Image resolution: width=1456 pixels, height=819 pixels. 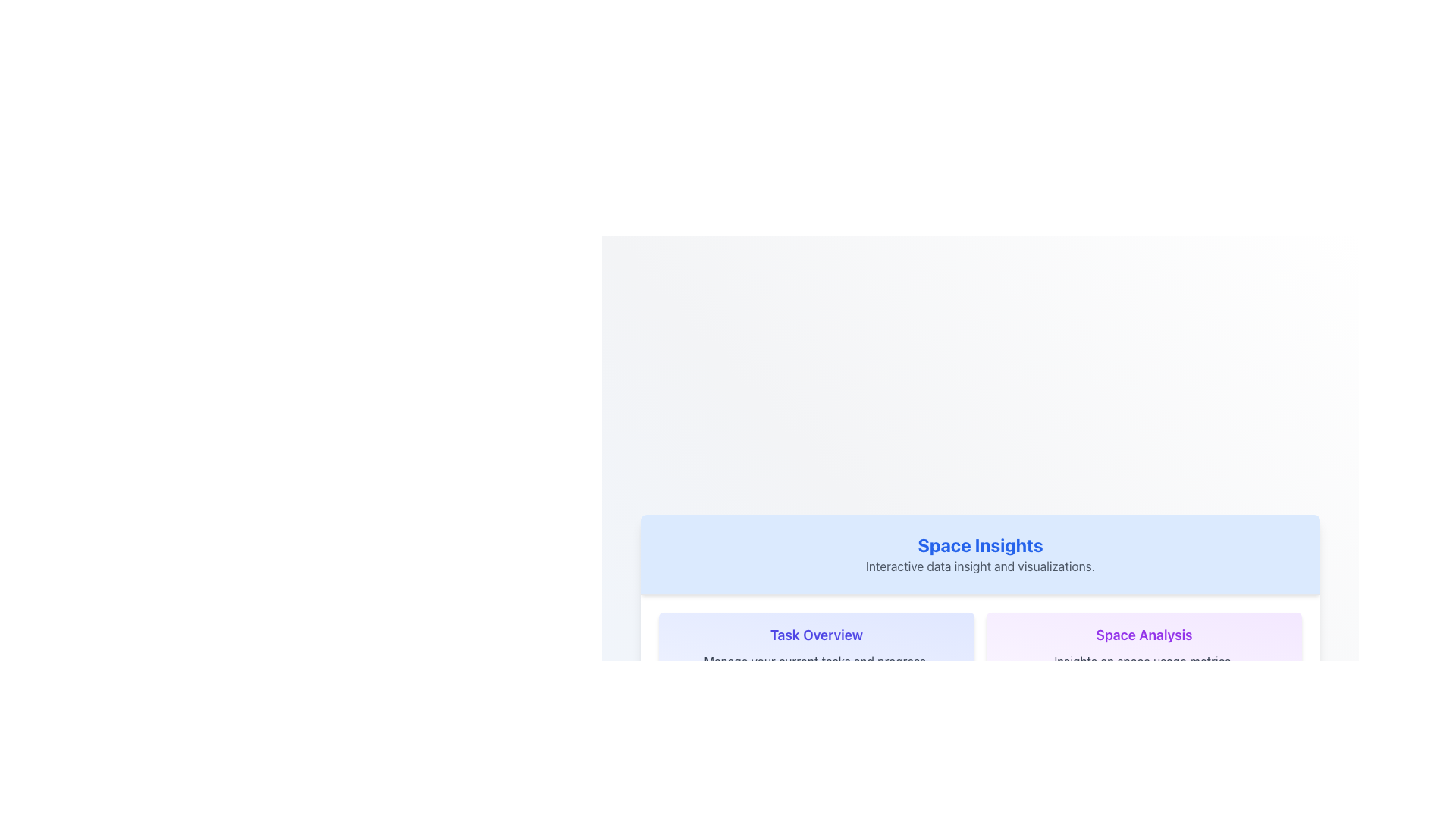 What do you see at coordinates (815, 660) in the screenshot?
I see `the descriptive text element located directly underneath 'Task Overview' in the bottom-left quadrant of the interface` at bounding box center [815, 660].